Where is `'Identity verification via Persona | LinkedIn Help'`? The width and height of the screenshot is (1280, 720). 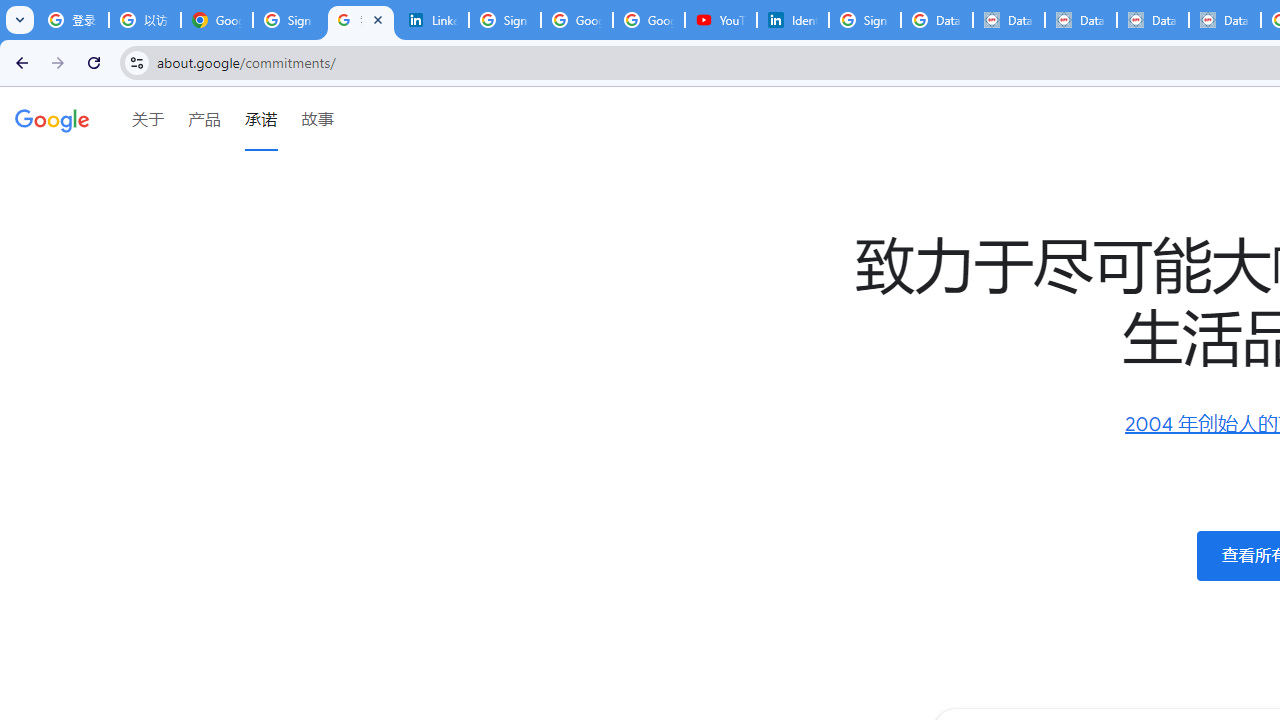
'Identity verification via Persona | LinkedIn Help' is located at coordinates (791, 20).